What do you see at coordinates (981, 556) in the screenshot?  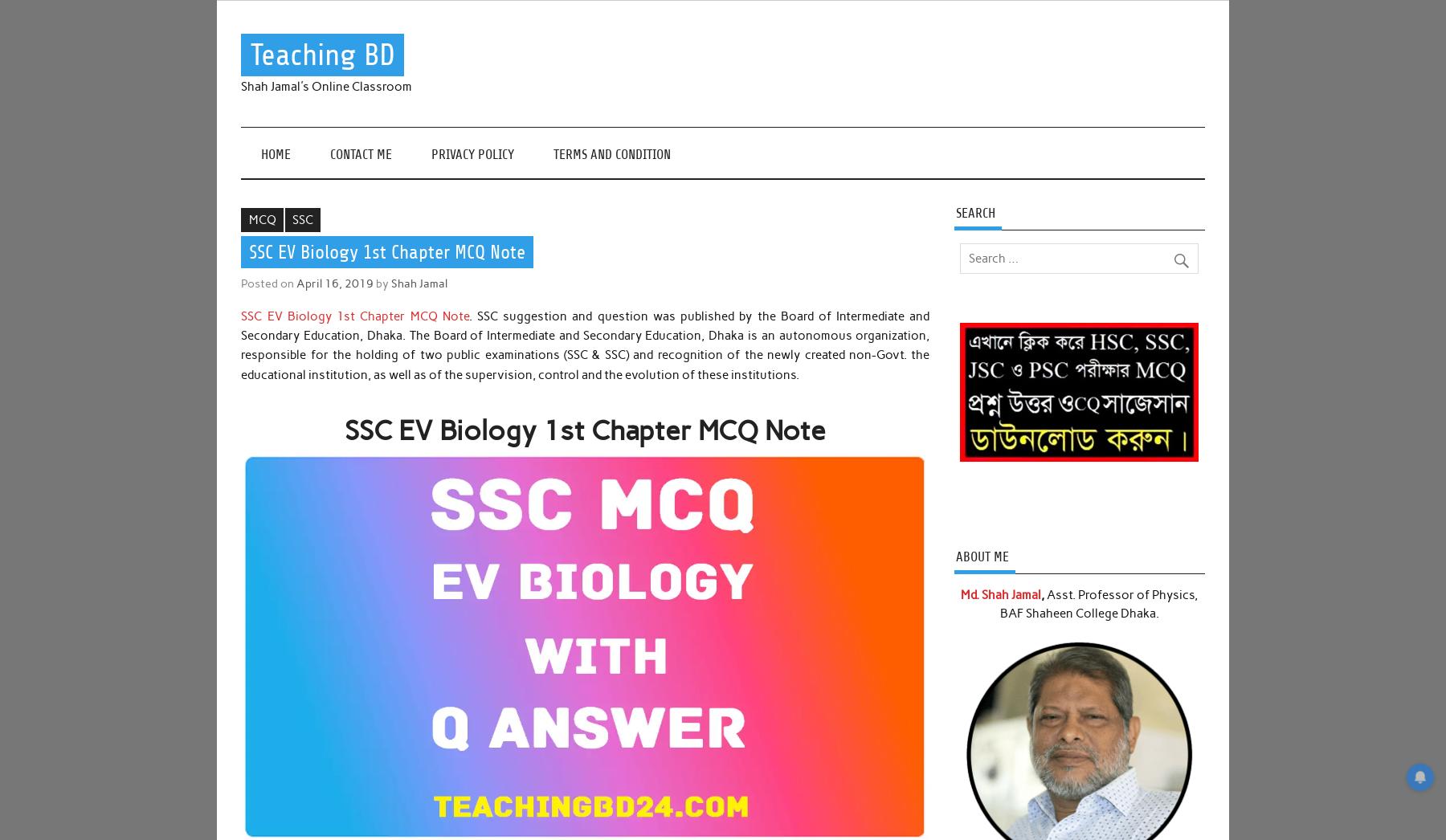 I see `'About Me'` at bounding box center [981, 556].